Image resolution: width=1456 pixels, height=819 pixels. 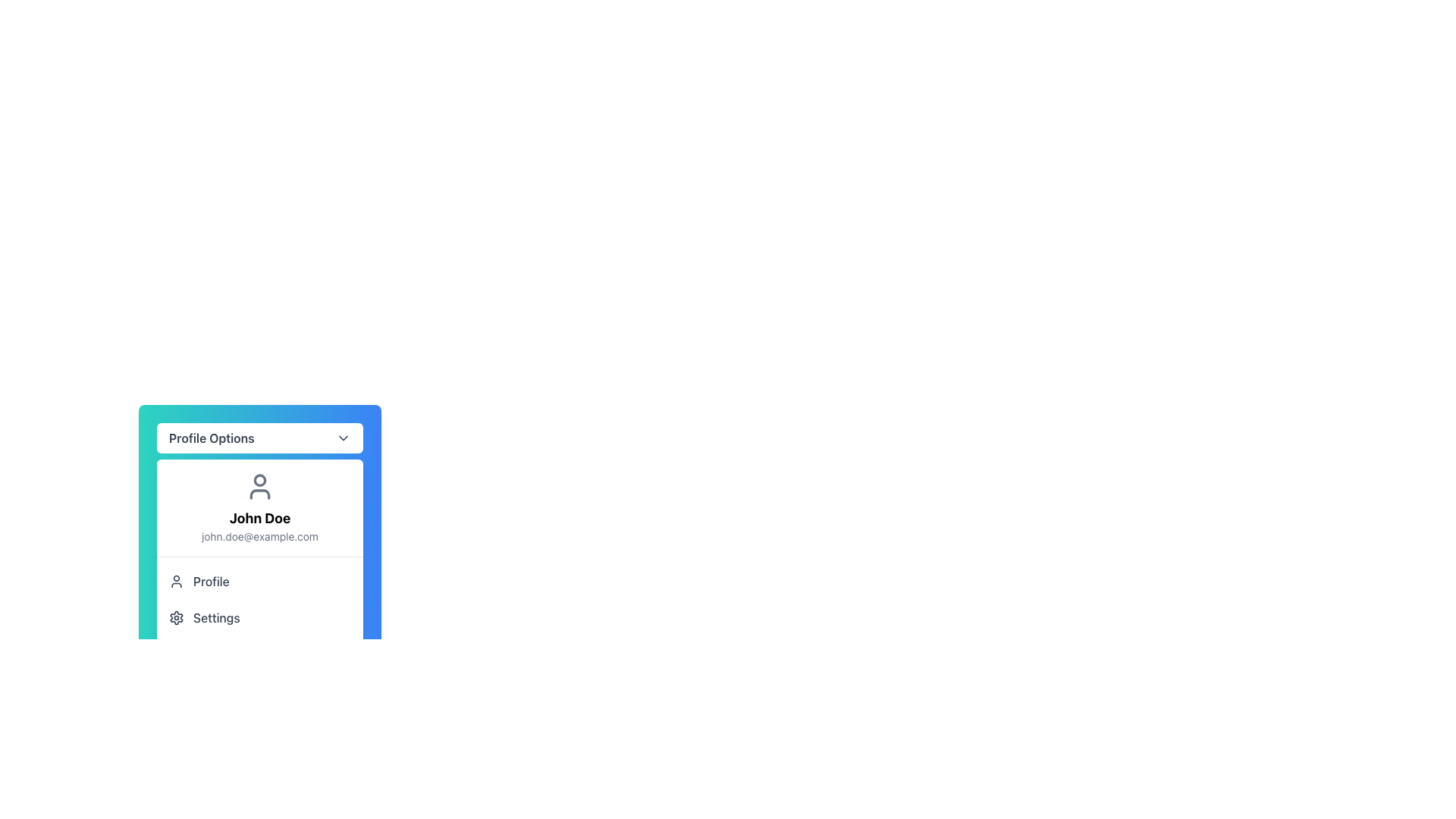 I want to click on the dropdown menu options, so click(x=259, y=568).